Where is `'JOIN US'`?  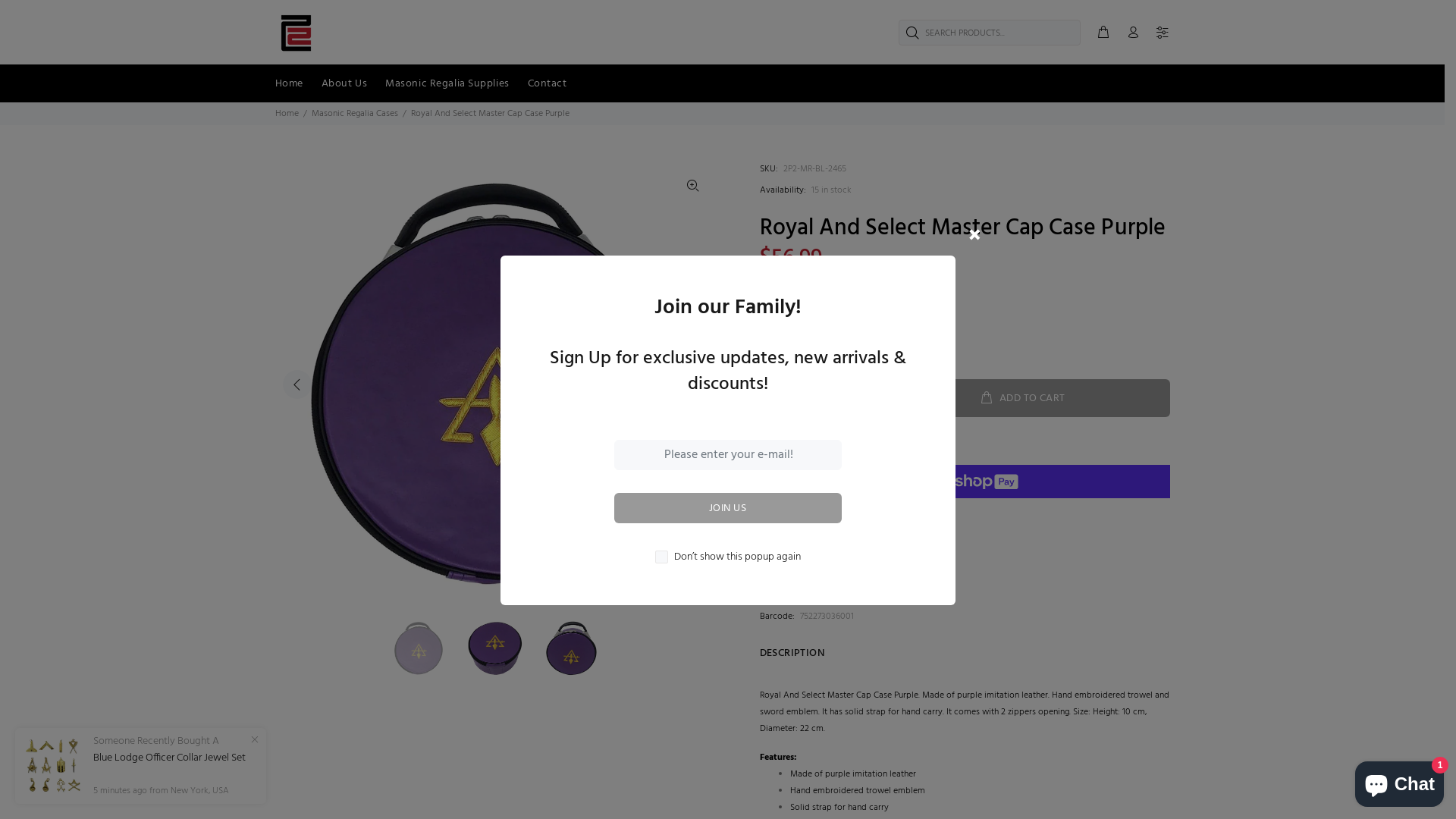
'JOIN US' is located at coordinates (728, 508).